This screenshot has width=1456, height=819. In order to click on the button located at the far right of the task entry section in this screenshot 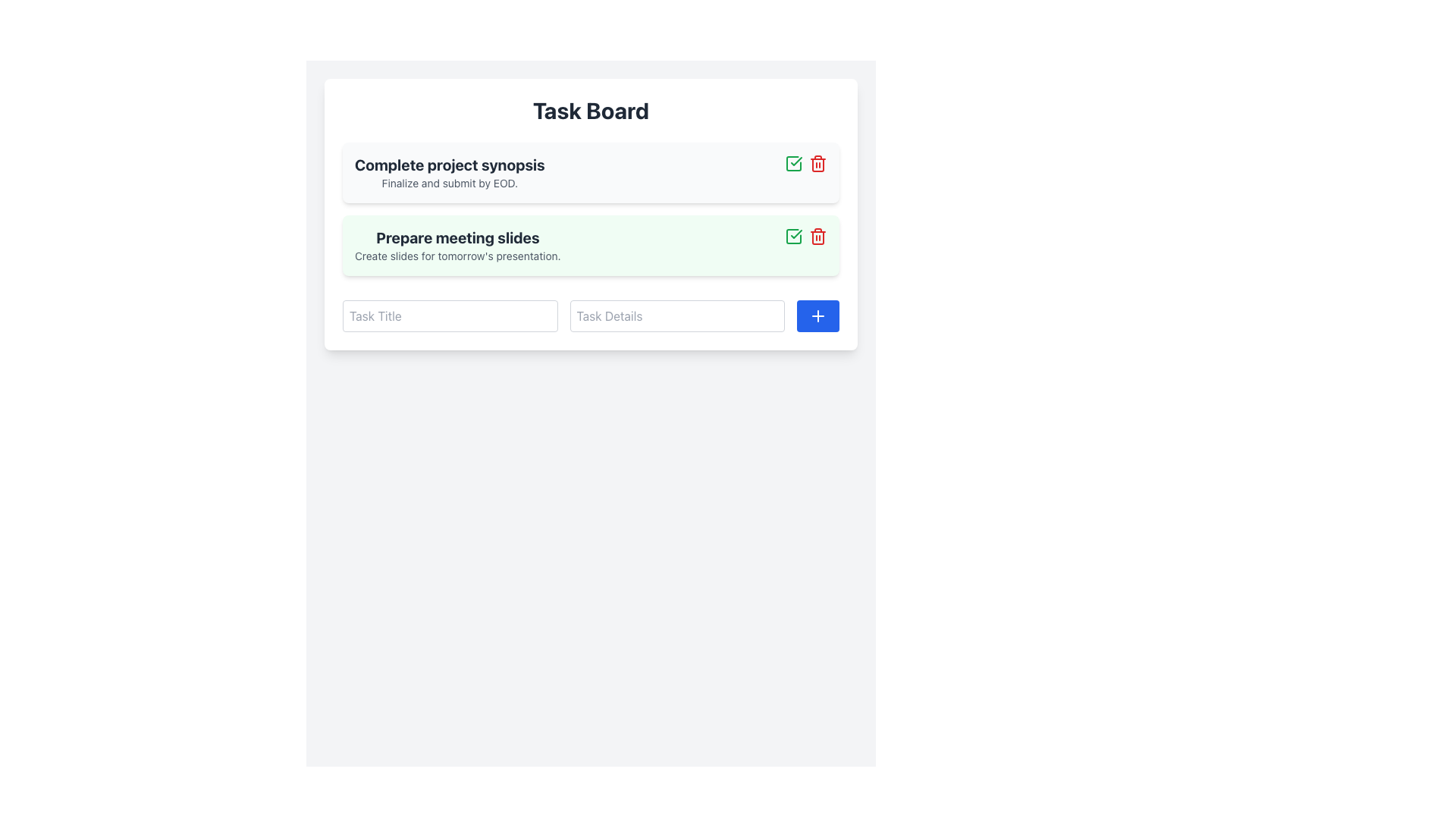, I will do `click(817, 315)`.